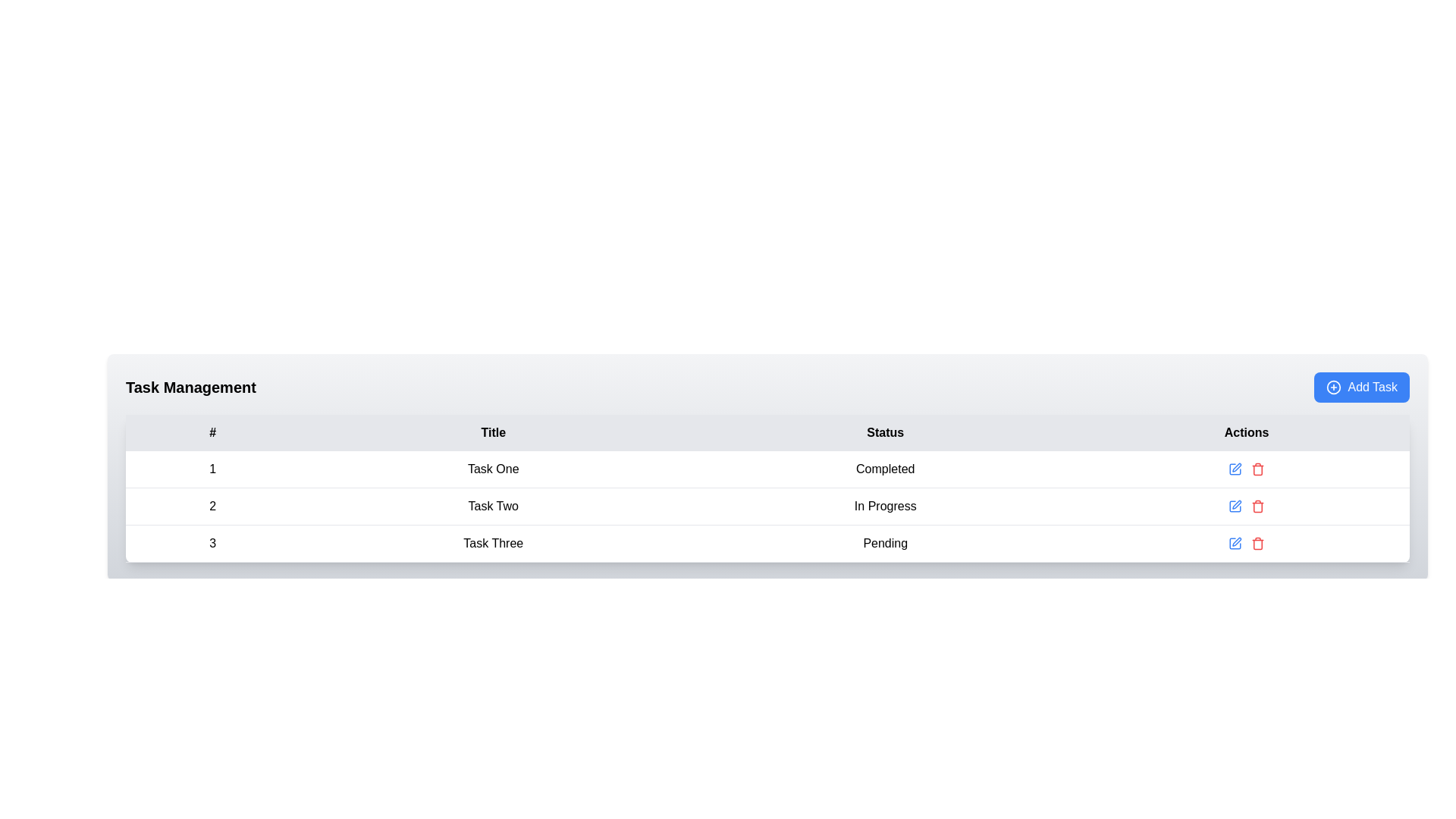  I want to click on the Table cell displaying the status of a task in the 'Status' column of the 'Task Management' table, which indicates that the task has been completed, so click(885, 469).